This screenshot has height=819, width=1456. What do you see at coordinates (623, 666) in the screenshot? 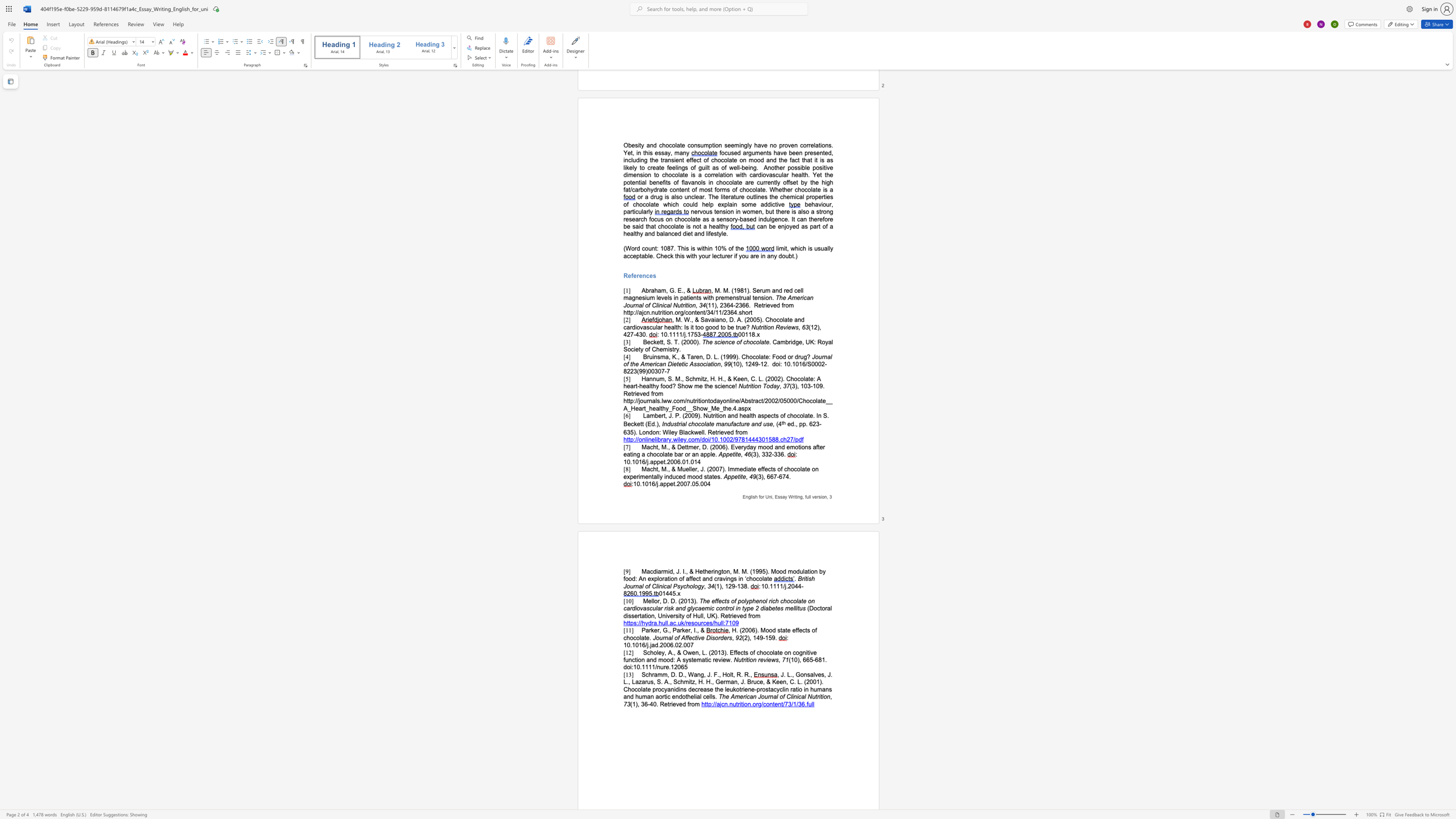
I see `the subset text "doi:" within the text "(10), 665-681. doi:10.1111/nure.12065"` at bounding box center [623, 666].